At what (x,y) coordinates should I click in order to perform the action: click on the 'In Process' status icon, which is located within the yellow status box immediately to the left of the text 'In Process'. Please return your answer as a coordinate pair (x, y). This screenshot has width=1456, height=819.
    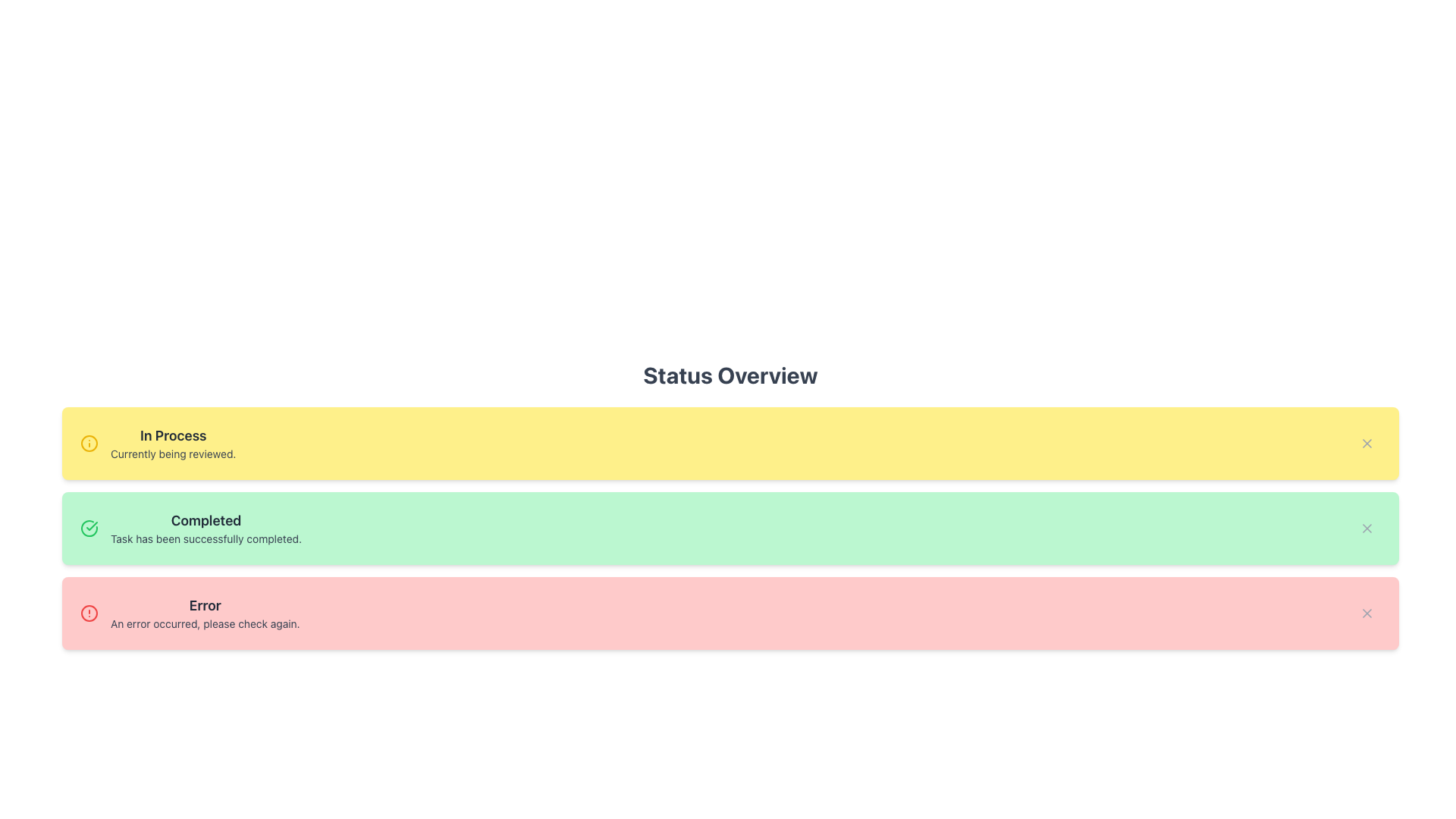
    Looking at the image, I should click on (89, 444).